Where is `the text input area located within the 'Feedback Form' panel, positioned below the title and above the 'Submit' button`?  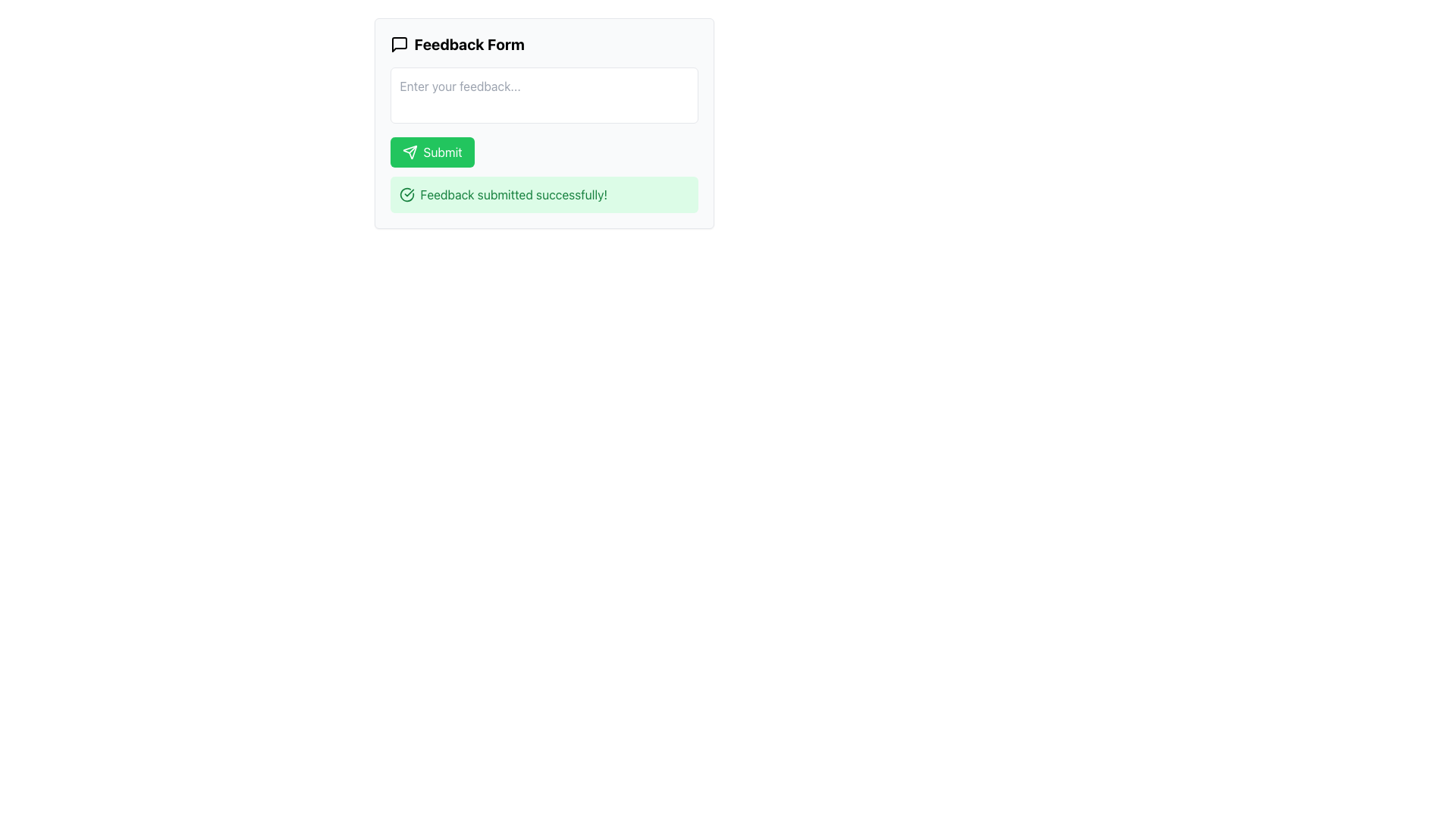 the text input area located within the 'Feedback Form' panel, positioned below the title and above the 'Submit' button is located at coordinates (544, 96).